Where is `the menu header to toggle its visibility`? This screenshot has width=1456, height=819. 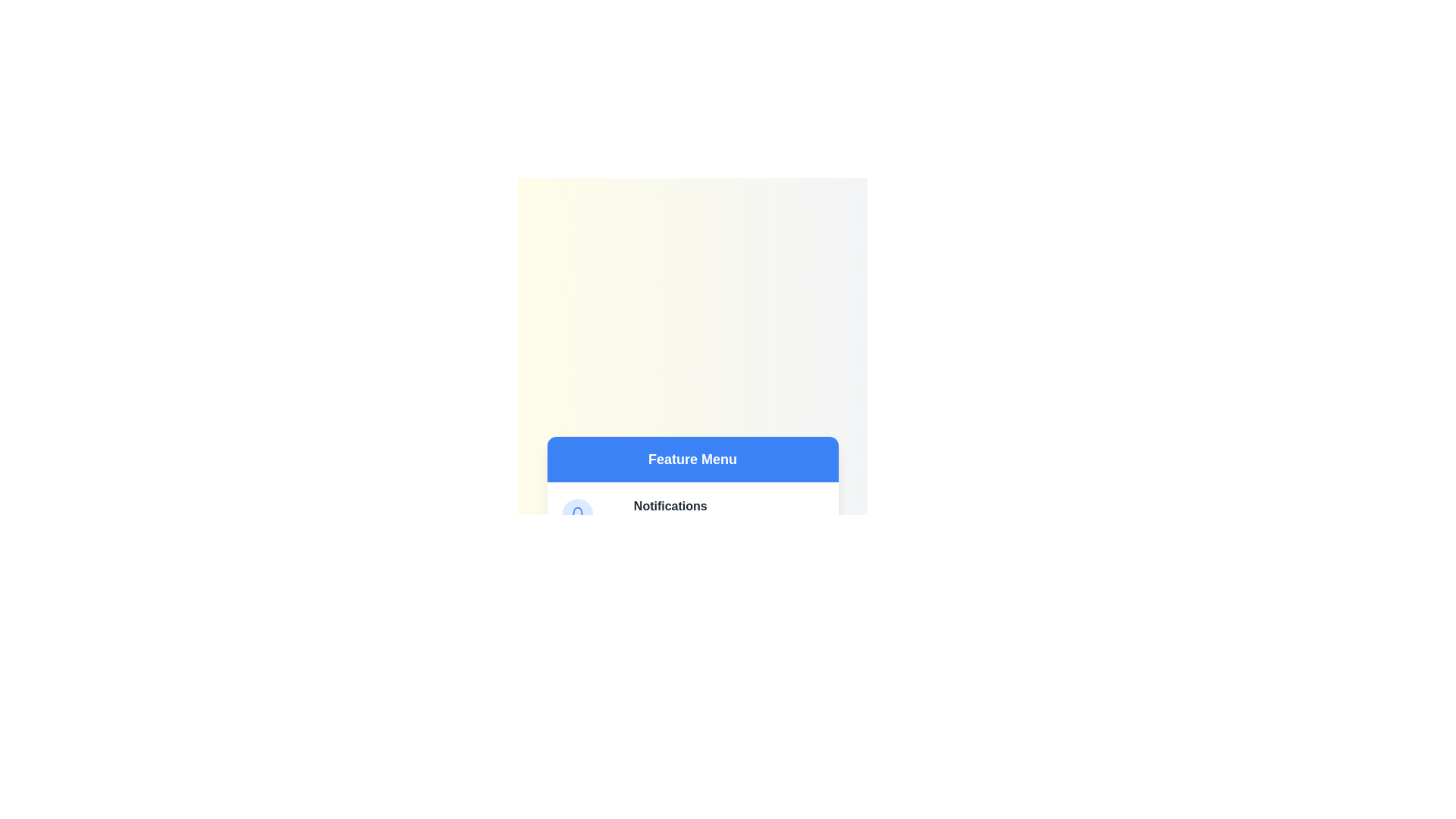 the menu header to toggle its visibility is located at coordinates (692, 458).